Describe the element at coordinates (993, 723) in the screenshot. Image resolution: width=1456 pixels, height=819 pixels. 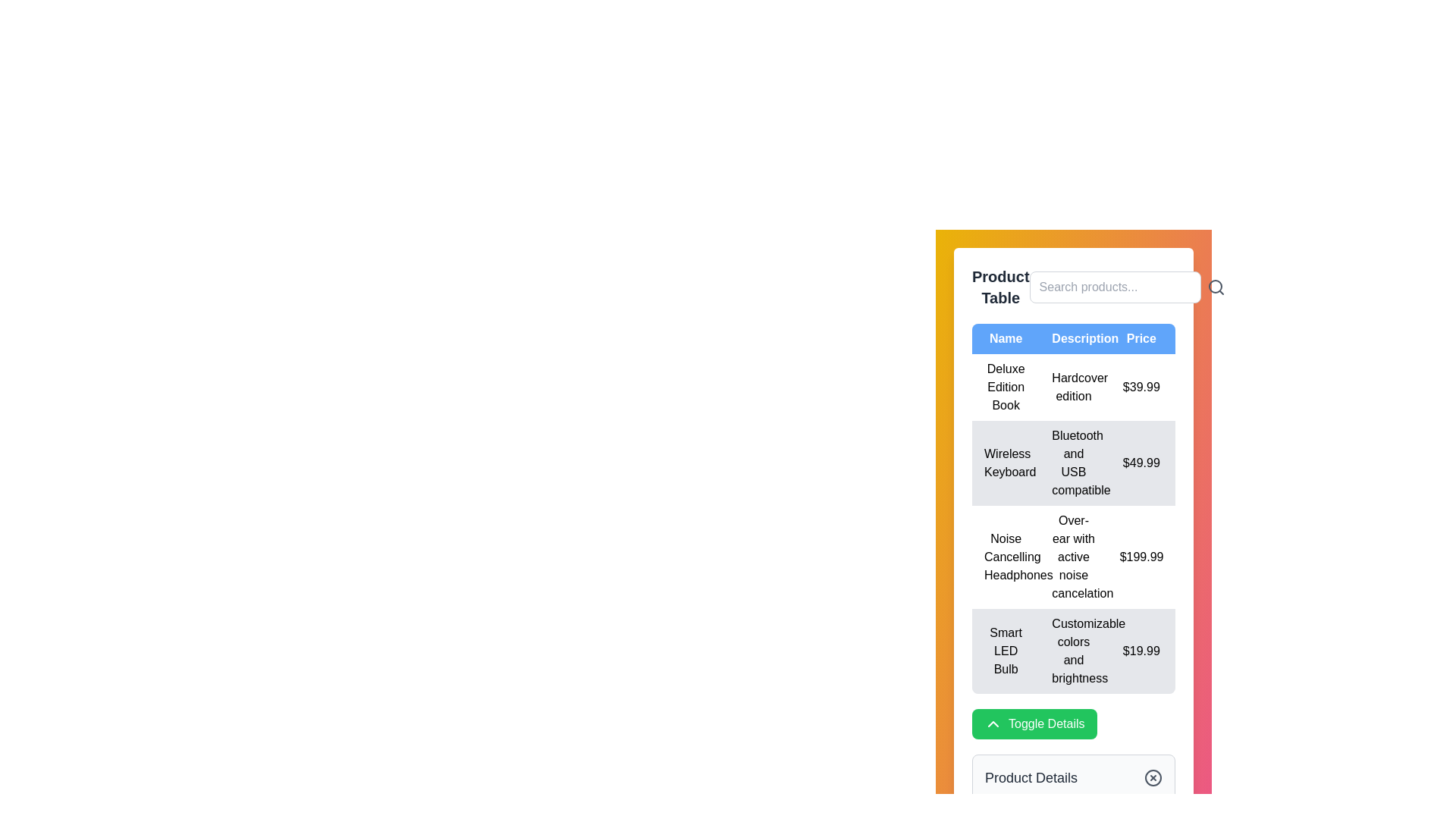
I see `the upward toggle icon located to the left of the text in the 'Toggle Details' button below the main product table` at that location.